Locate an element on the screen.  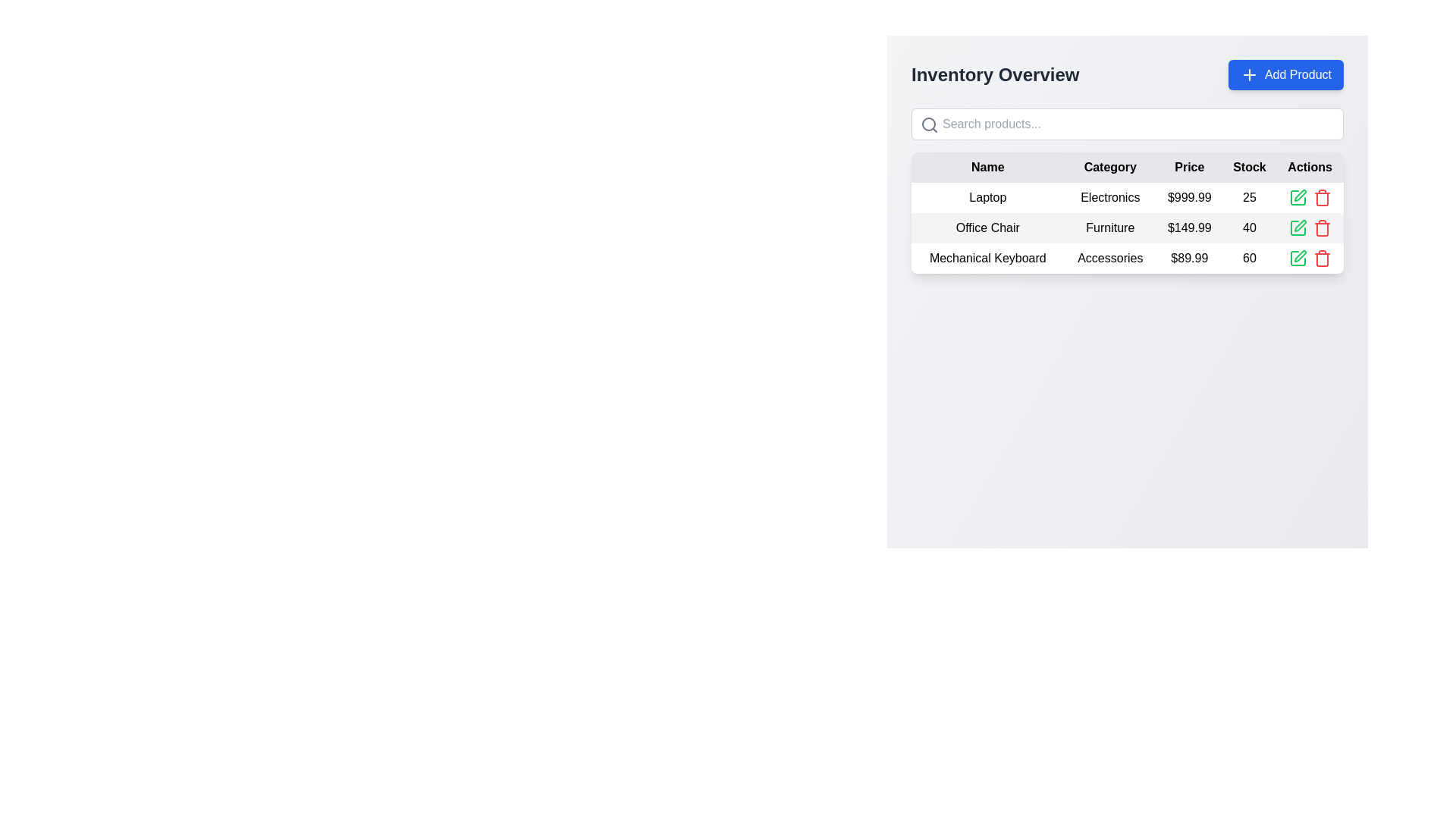
the 'Stock' header label, which indicates the type of data displayed in the corresponding column below it in the table is located at coordinates (1249, 167).